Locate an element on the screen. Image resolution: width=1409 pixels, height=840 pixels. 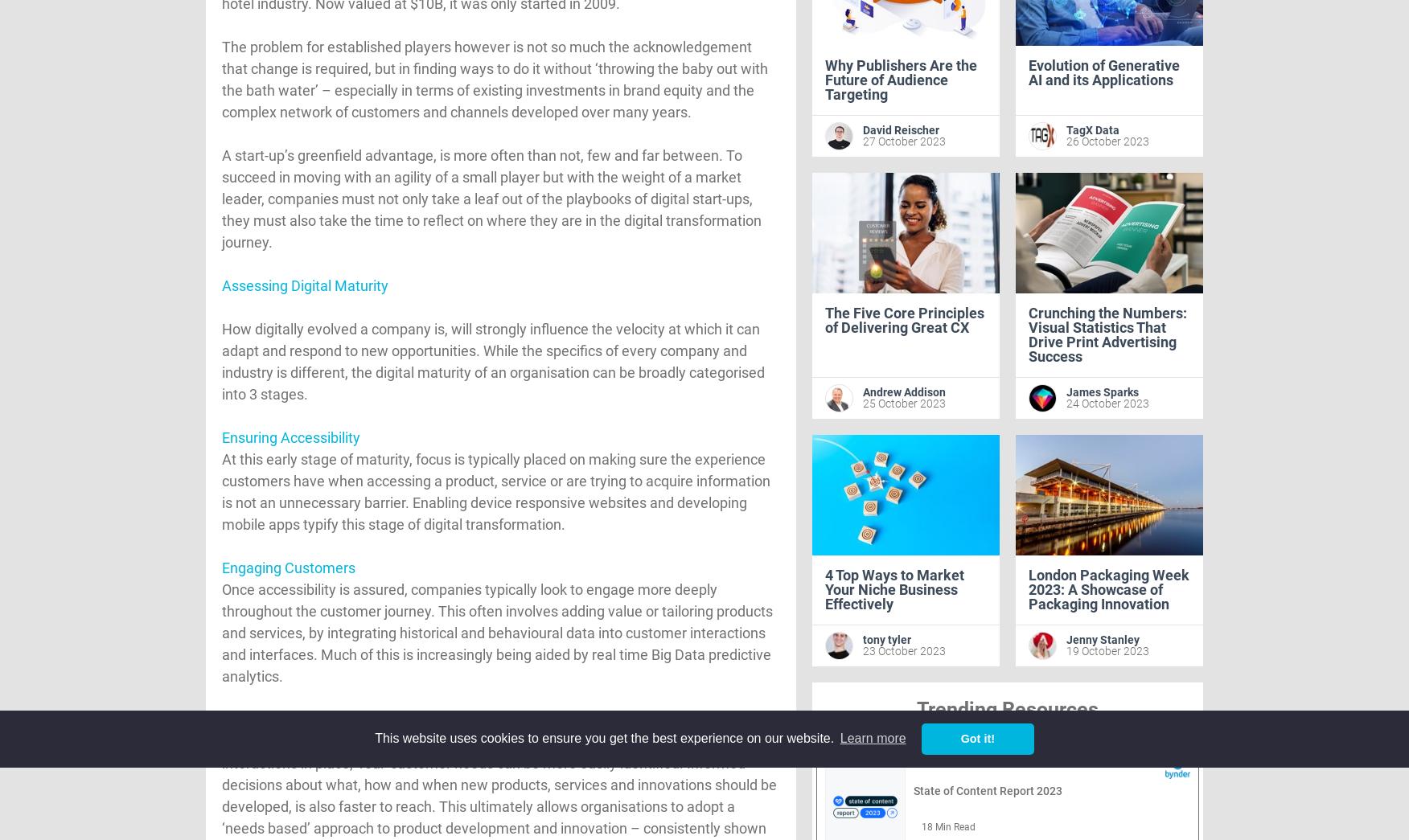
'Augmenting Products & Services' is located at coordinates (325, 719).